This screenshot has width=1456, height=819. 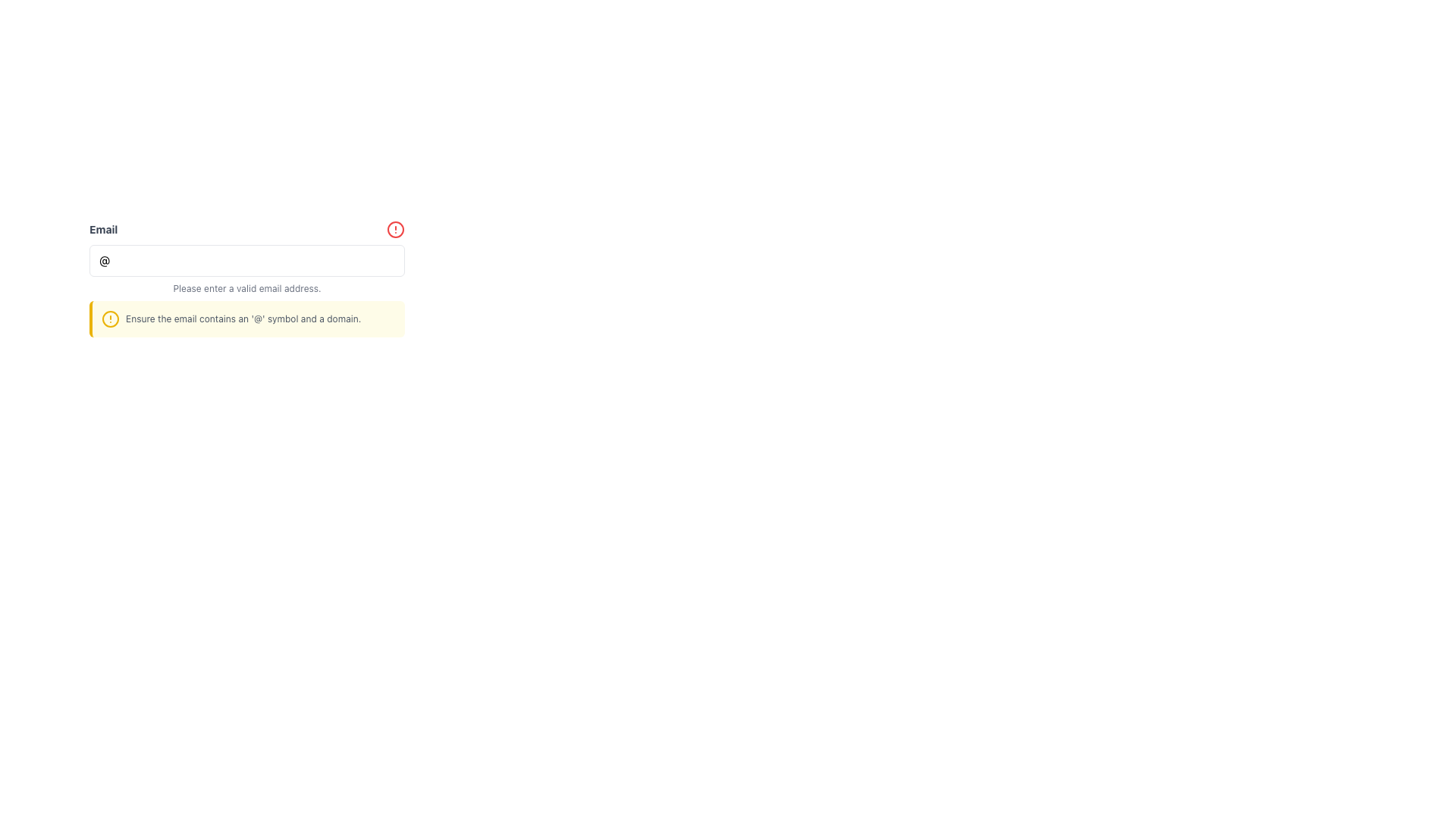 What do you see at coordinates (109, 318) in the screenshot?
I see `the alert icon located at the top left of the yellow-background message box for more information` at bounding box center [109, 318].